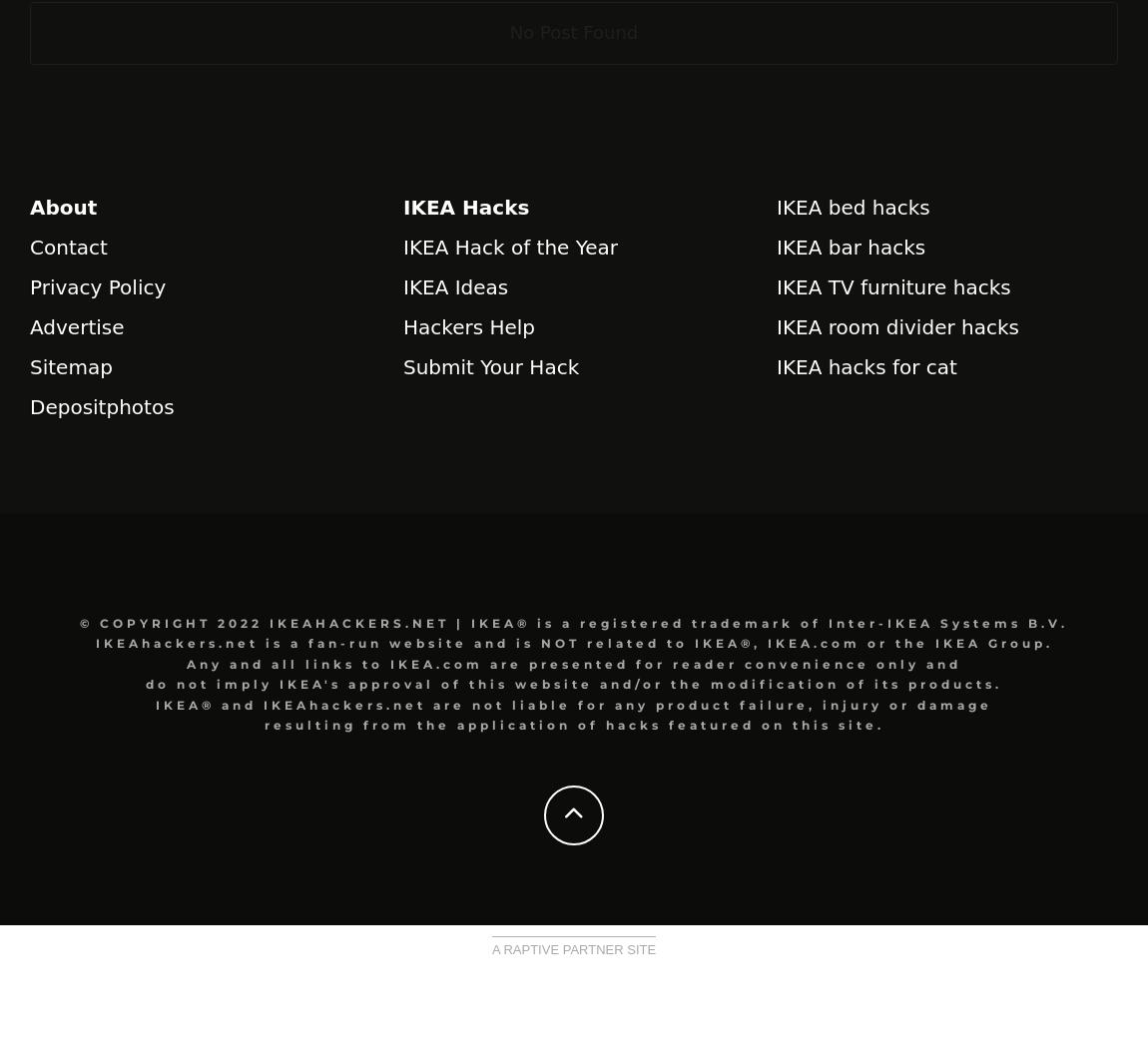 This screenshot has width=1148, height=1054. What do you see at coordinates (76, 326) in the screenshot?
I see `'Advertise'` at bounding box center [76, 326].